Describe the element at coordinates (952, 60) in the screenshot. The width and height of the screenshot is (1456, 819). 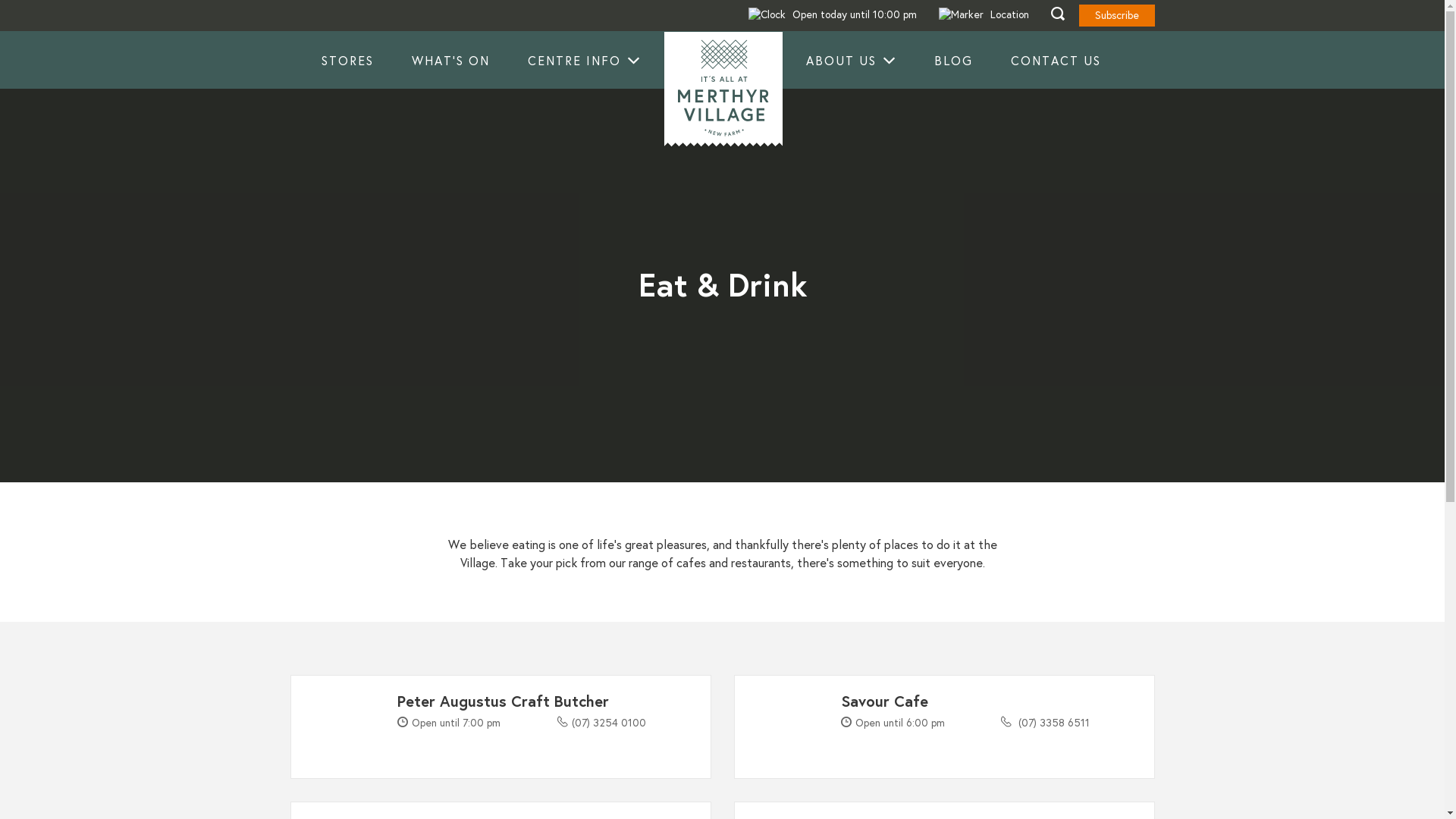
I see `'BLOG'` at that location.